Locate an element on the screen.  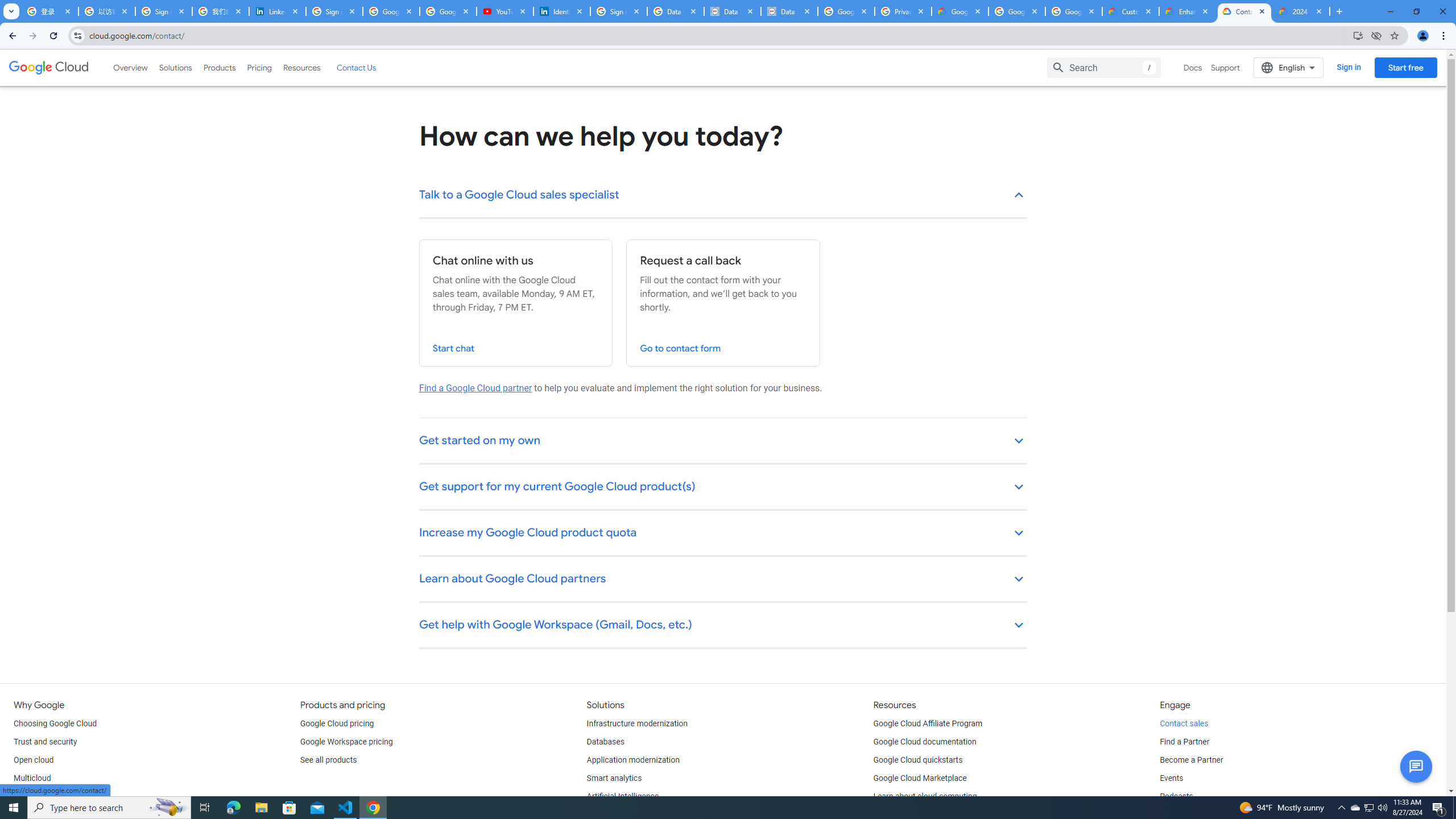
'Enhanced Support | Google Cloud' is located at coordinates (1187, 11).